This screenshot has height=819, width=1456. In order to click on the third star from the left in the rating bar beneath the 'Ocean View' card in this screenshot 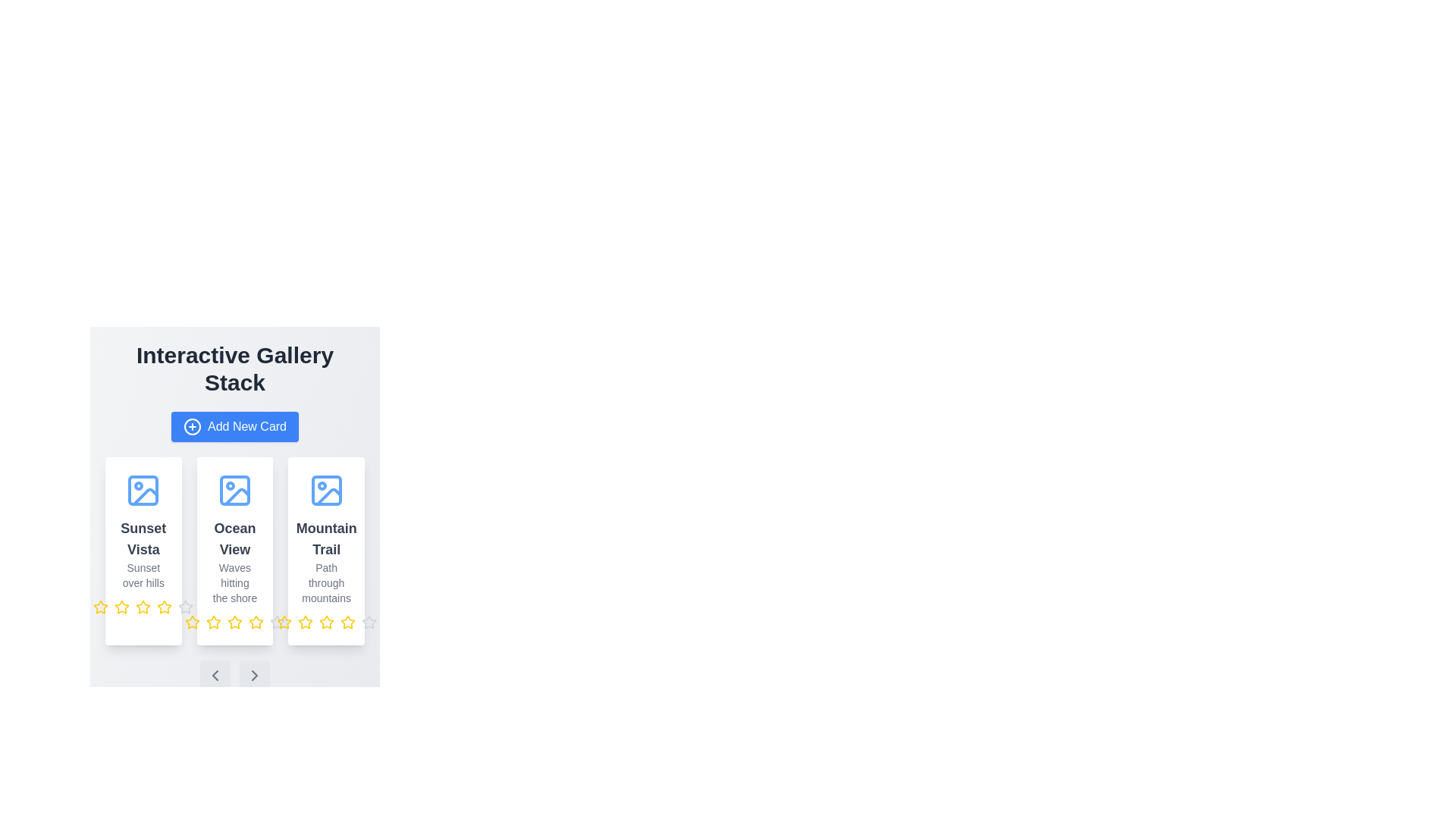, I will do `click(192, 622)`.